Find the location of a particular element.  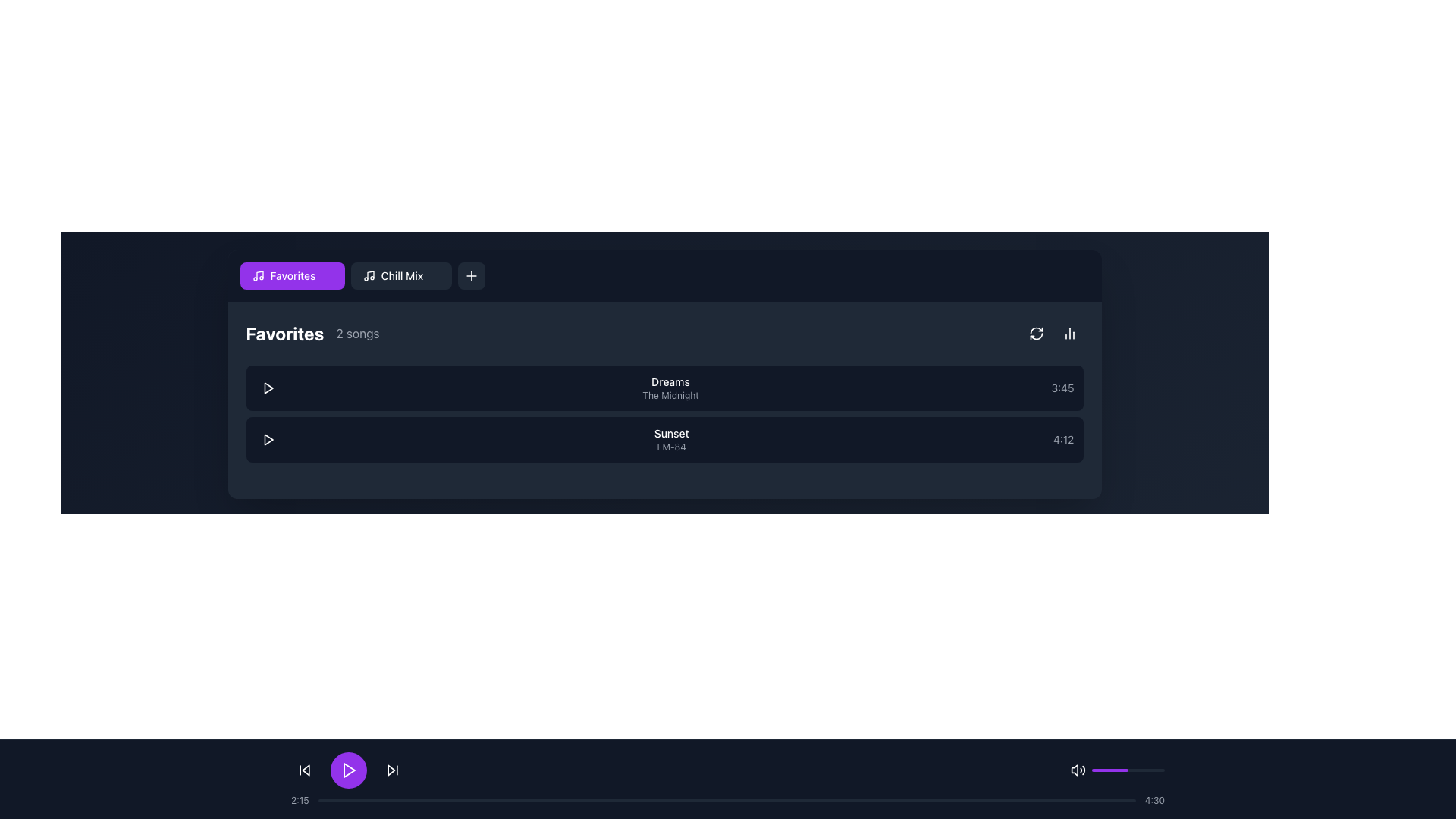

the circular refresh button with a bold white arrow on a dark background is located at coordinates (1035, 332).